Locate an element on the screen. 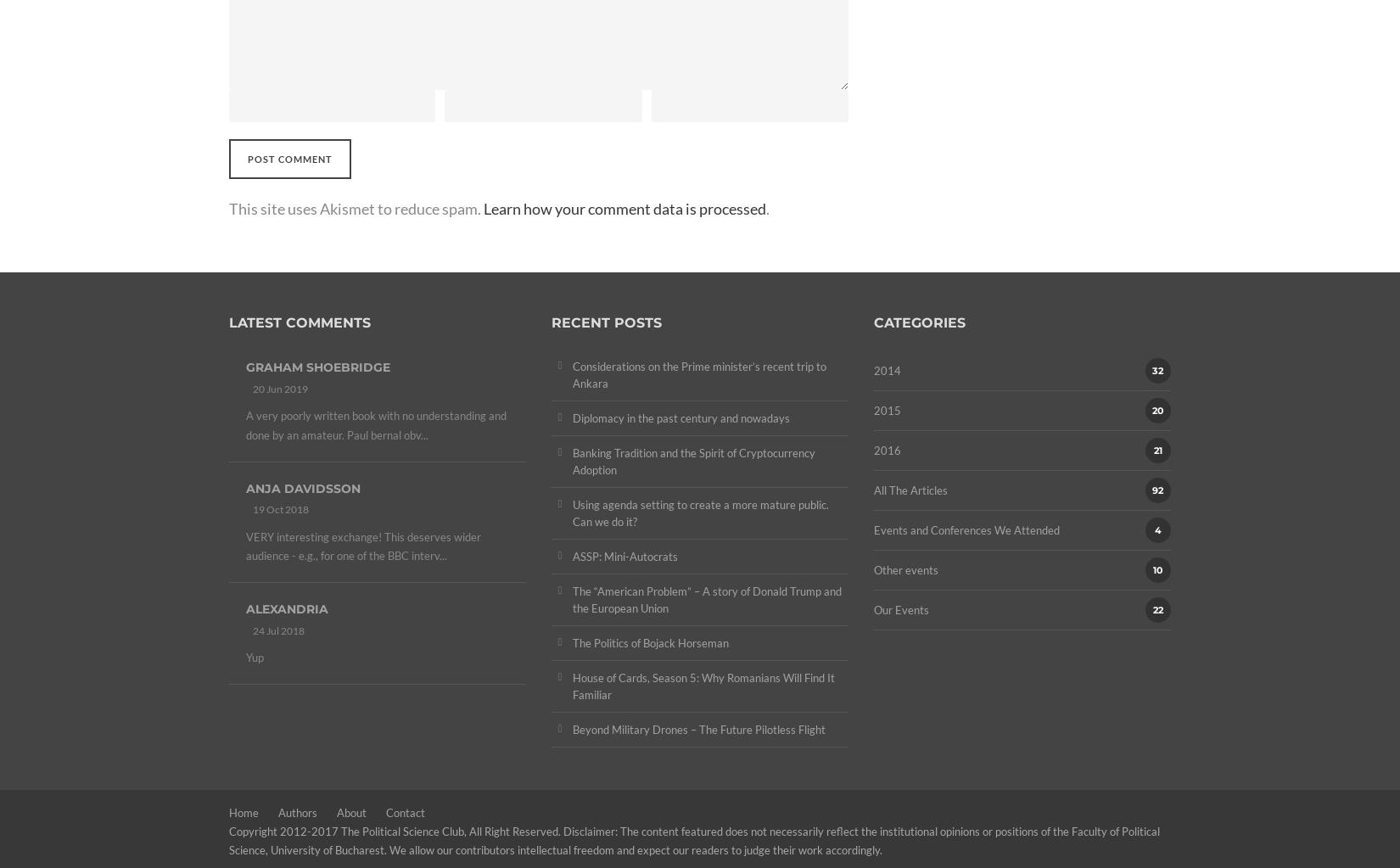 The width and height of the screenshot is (1400, 868). 'A very poorly written book with no  understanding  and done by an amateur. Paul bernal obv...' is located at coordinates (375, 424).